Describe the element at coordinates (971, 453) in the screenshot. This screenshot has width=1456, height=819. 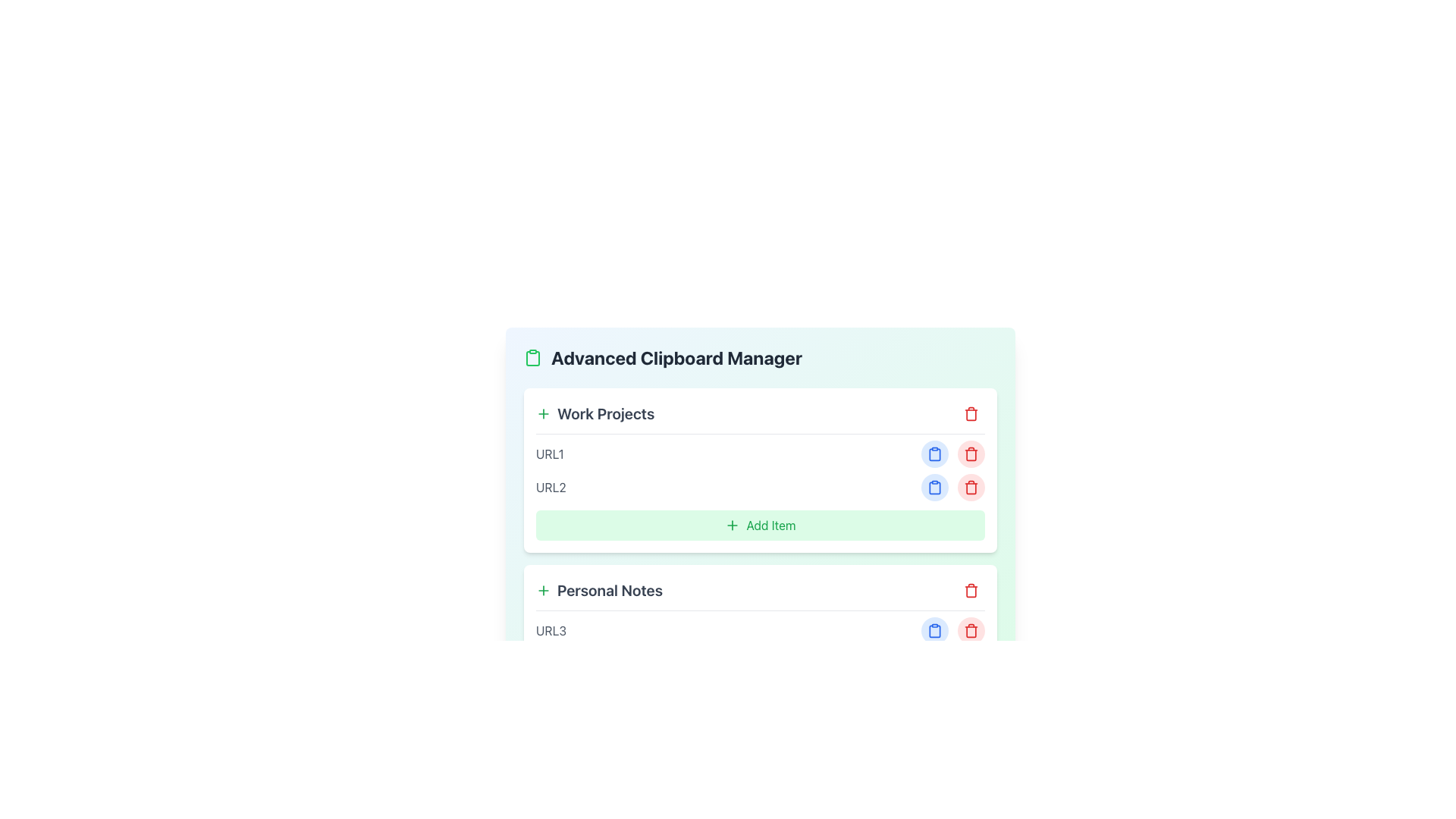
I see `the delete button located to the right of the 'URL2' entry under the 'Work Projects' category` at that location.